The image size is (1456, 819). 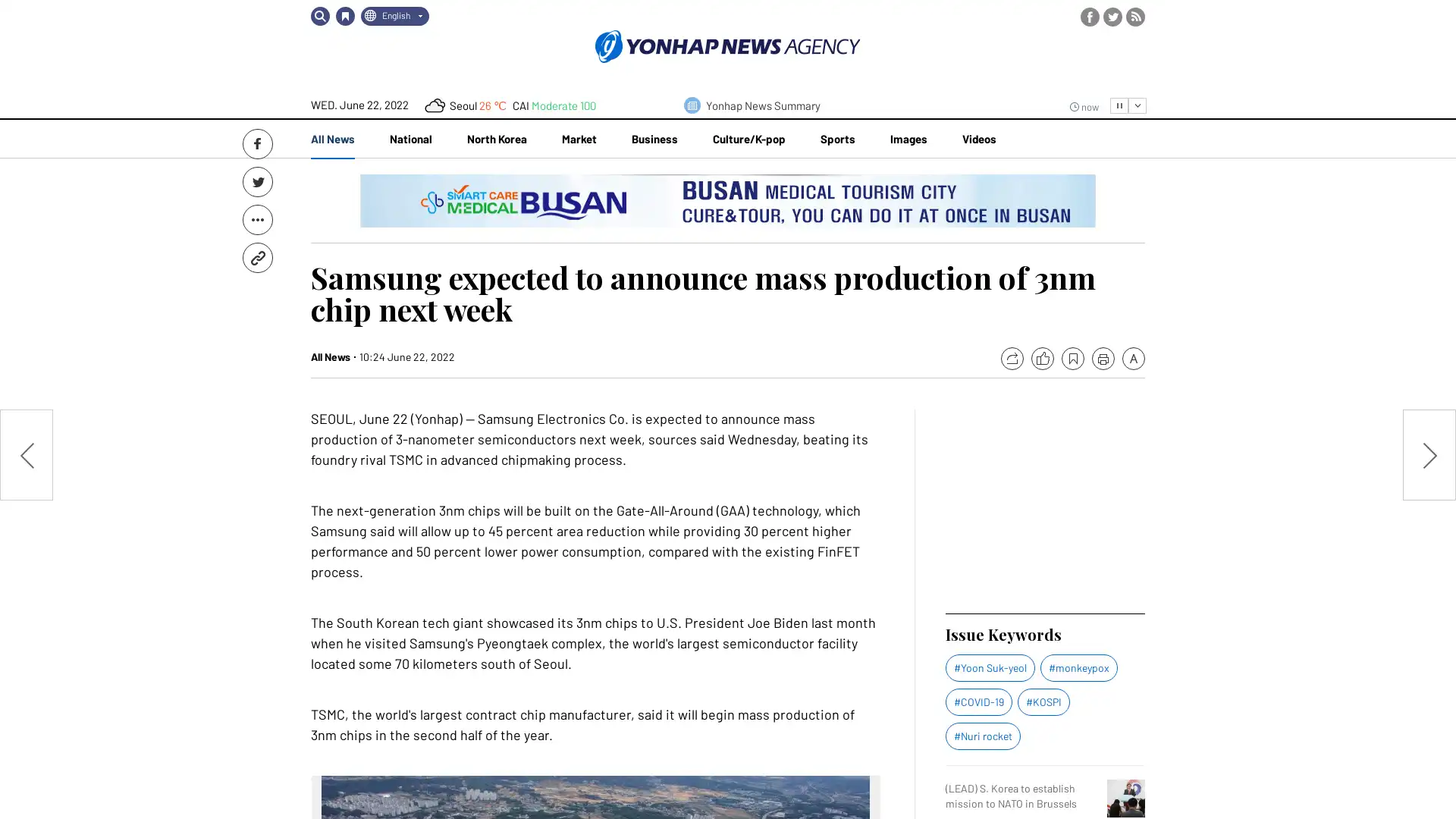 I want to click on Facebook, so click(x=258, y=143).